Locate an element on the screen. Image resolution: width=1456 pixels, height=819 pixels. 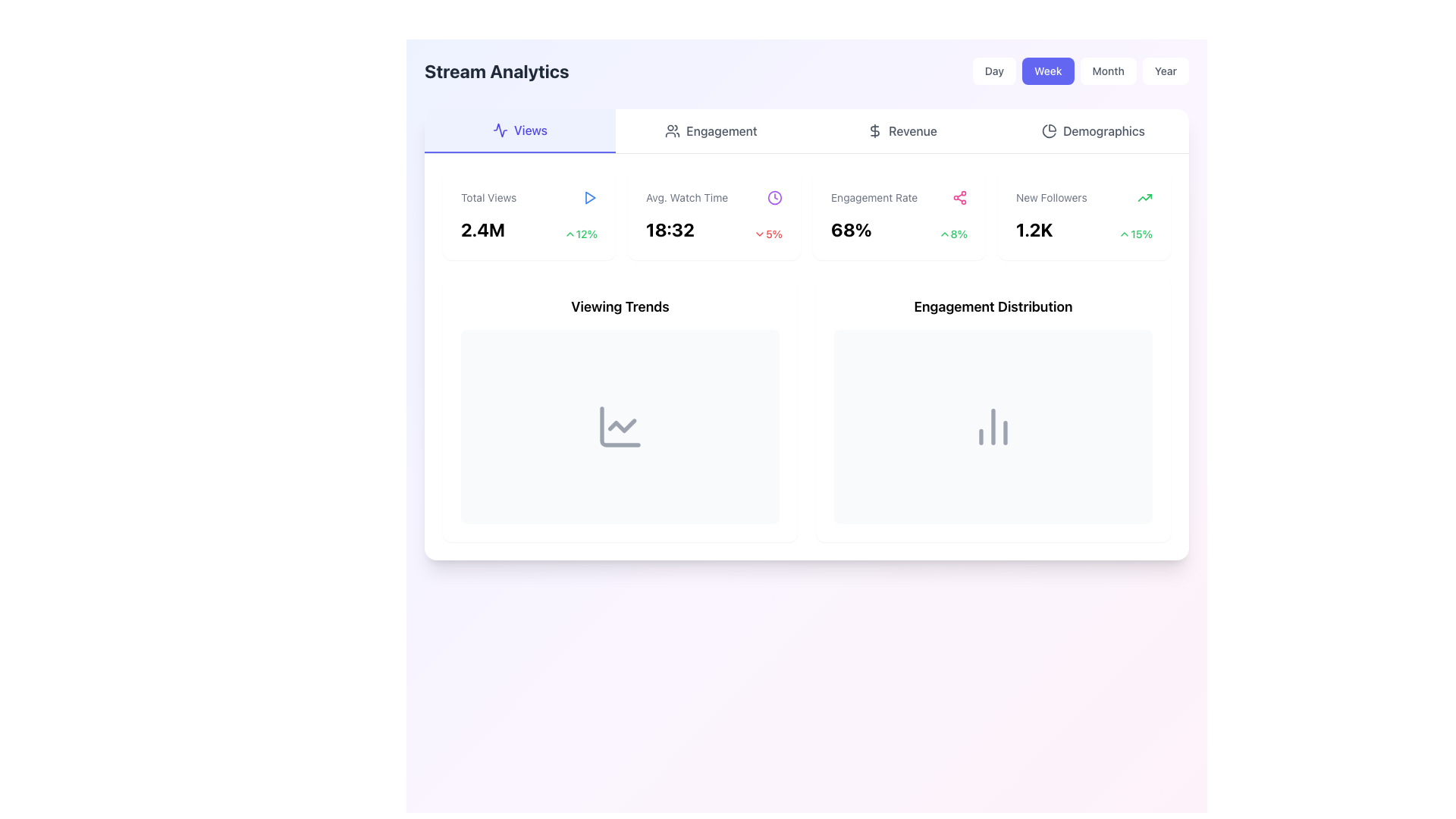
the 'Revenue' labeled tab in the navigation bar at the top-right section of the page is located at coordinates (912, 130).